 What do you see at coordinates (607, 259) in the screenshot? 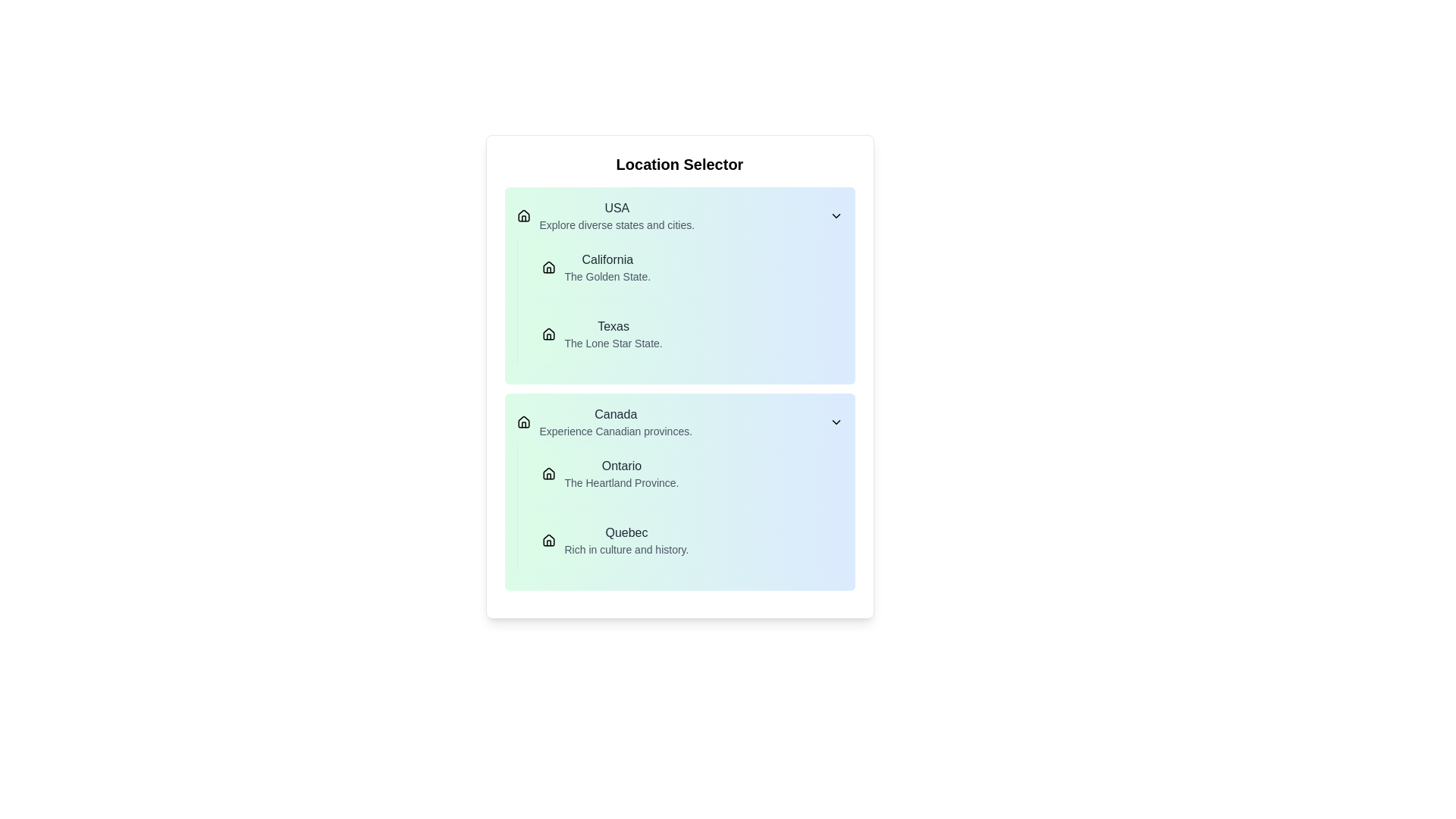
I see `the text 'California' which is styled with medium-weight font and dark gray color, located at the top of the green-highlighted section representing USA, above the subtext 'The Golden State.'` at bounding box center [607, 259].